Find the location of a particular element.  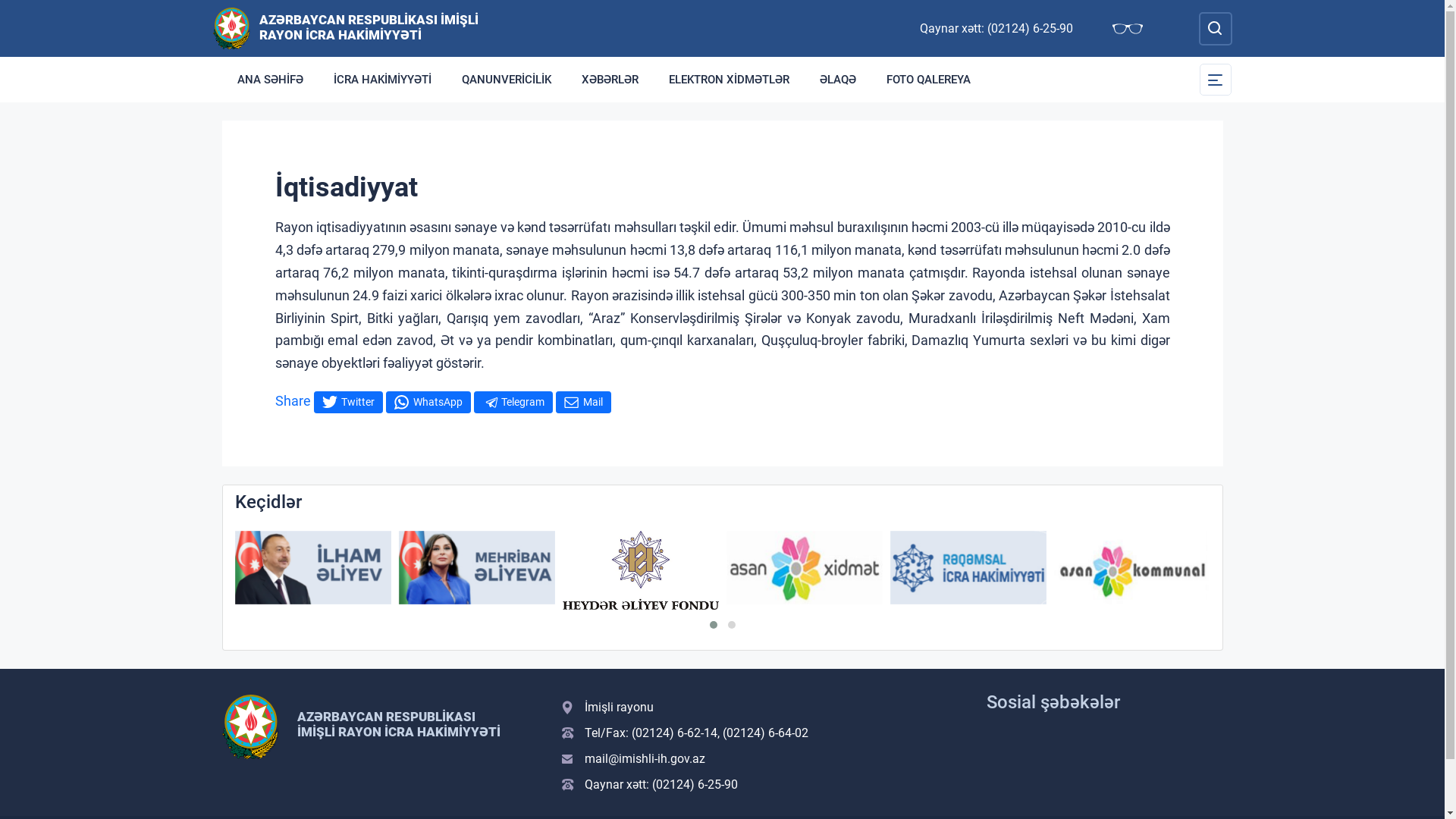

'Twitter' is located at coordinates (347, 401).